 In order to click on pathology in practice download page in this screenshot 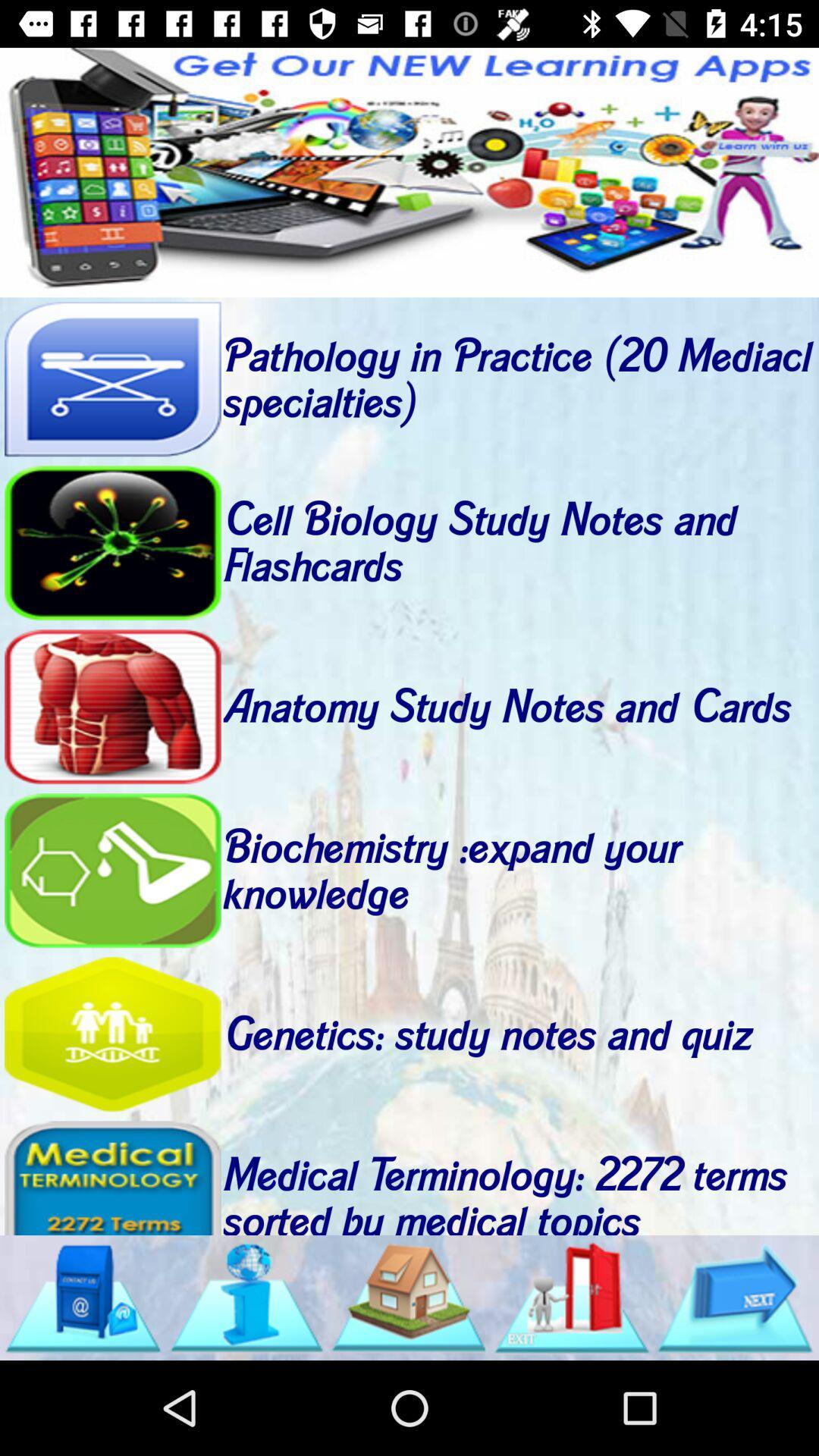, I will do `click(111, 379)`.